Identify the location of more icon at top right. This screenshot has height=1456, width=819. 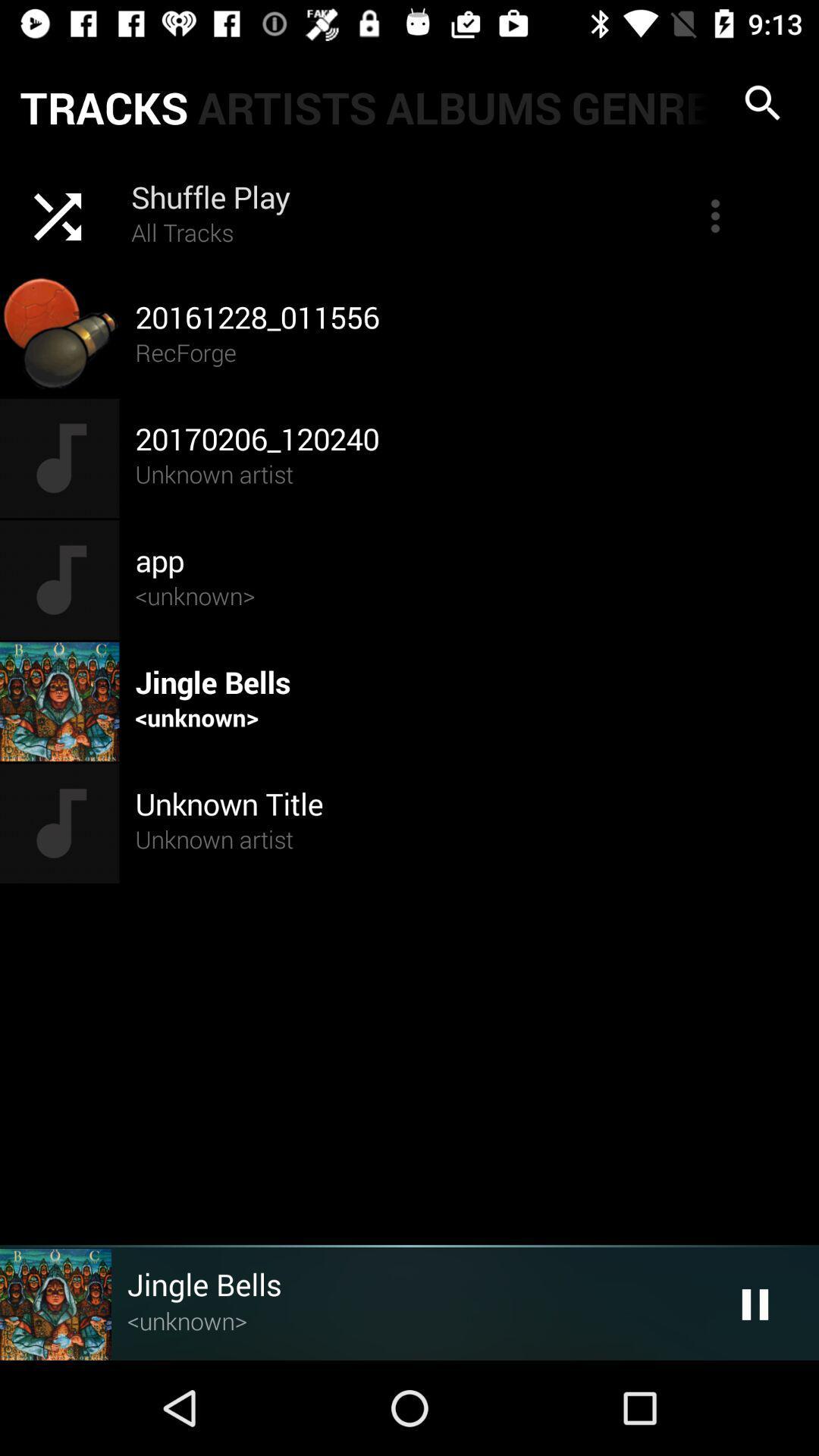
(715, 215).